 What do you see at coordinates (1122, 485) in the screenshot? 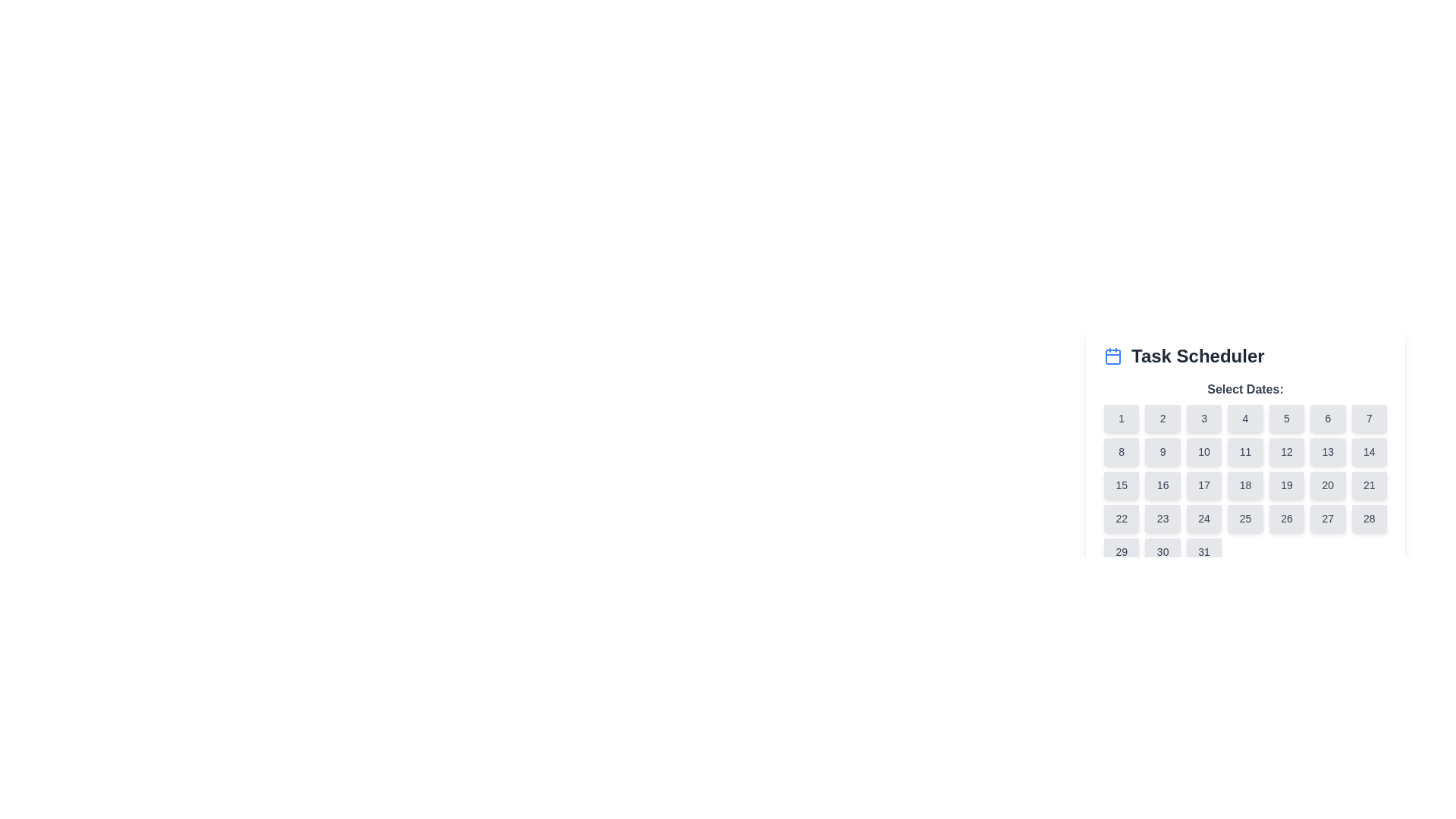
I see `the rectangular button with the number '15' centered on it` at bounding box center [1122, 485].